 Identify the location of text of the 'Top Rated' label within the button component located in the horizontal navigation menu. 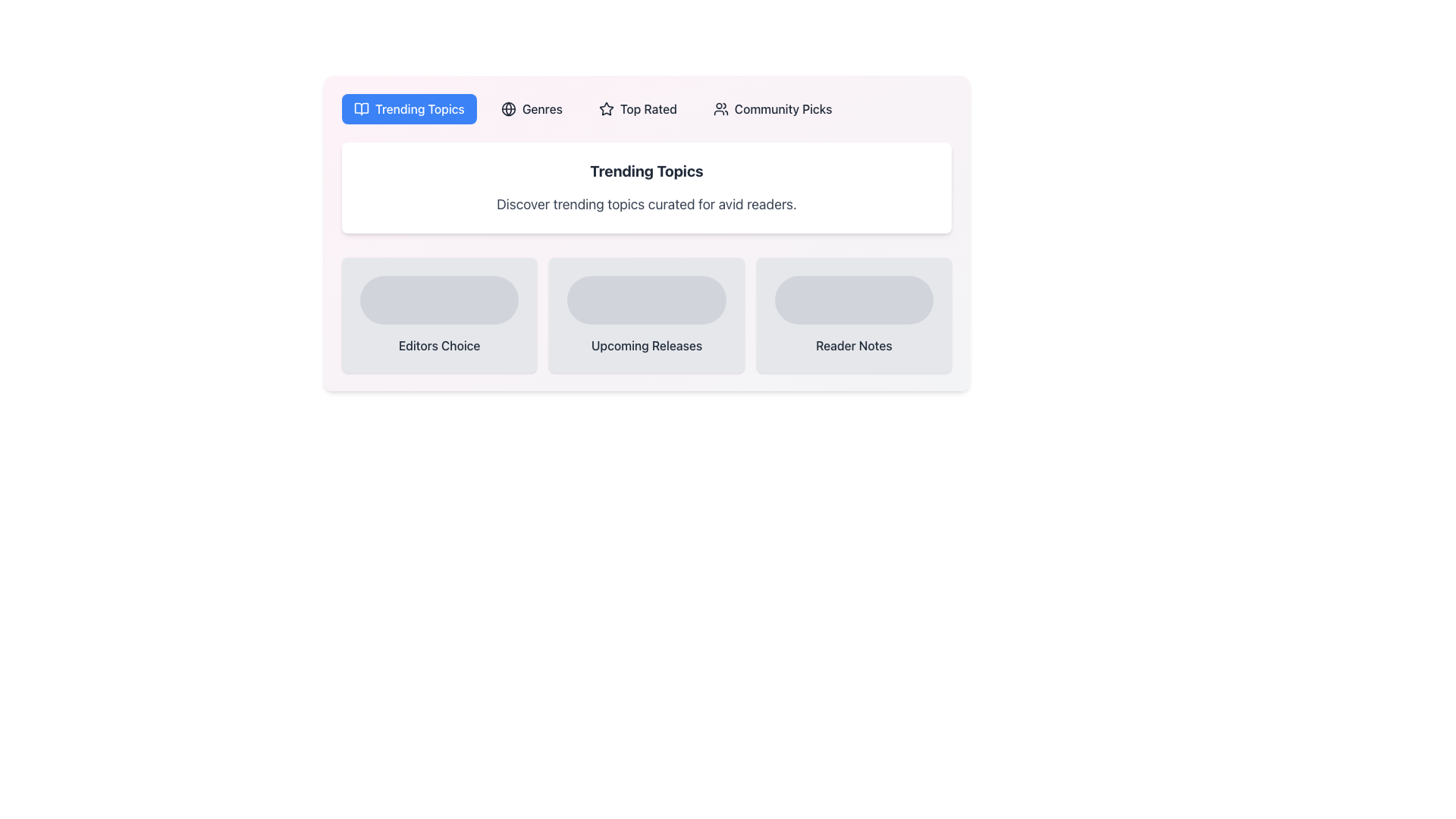
(648, 108).